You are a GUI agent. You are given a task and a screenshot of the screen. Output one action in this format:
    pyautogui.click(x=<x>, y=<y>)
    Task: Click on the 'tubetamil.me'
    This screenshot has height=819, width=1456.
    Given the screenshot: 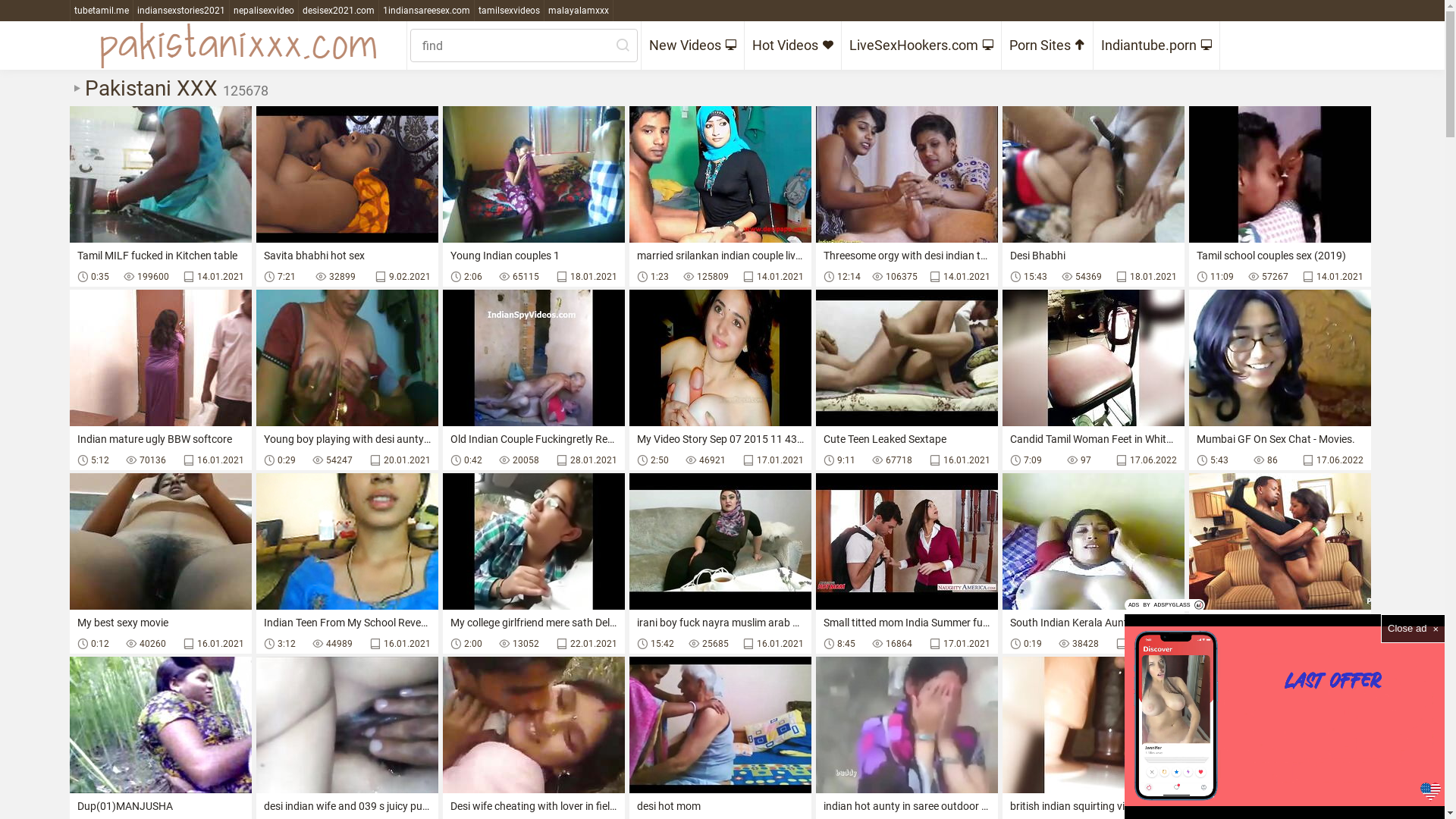 What is the action you would take?
    pyautogui.click(x=100, y=11)
    